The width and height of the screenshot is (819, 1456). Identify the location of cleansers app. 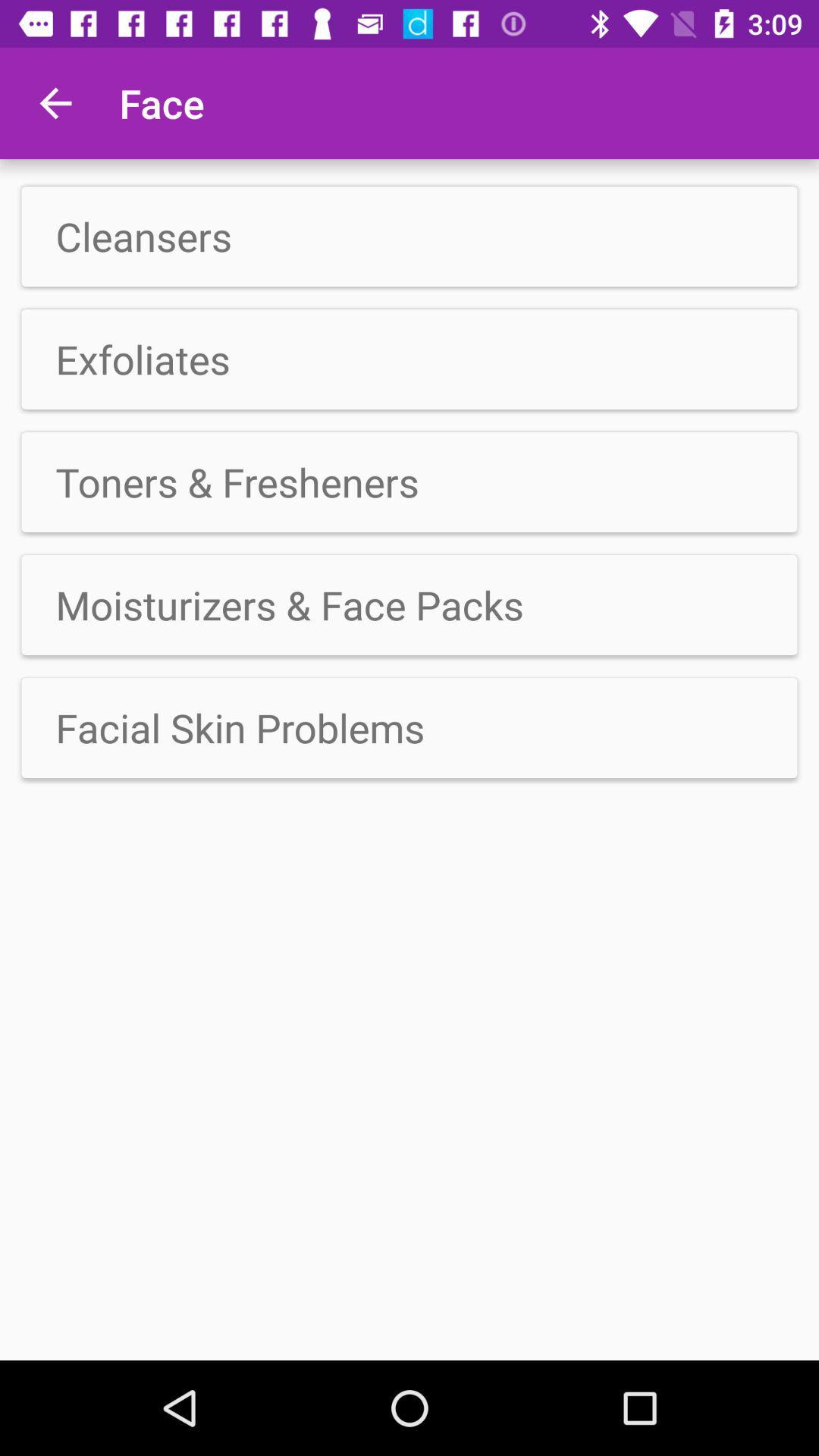
(409, 236).